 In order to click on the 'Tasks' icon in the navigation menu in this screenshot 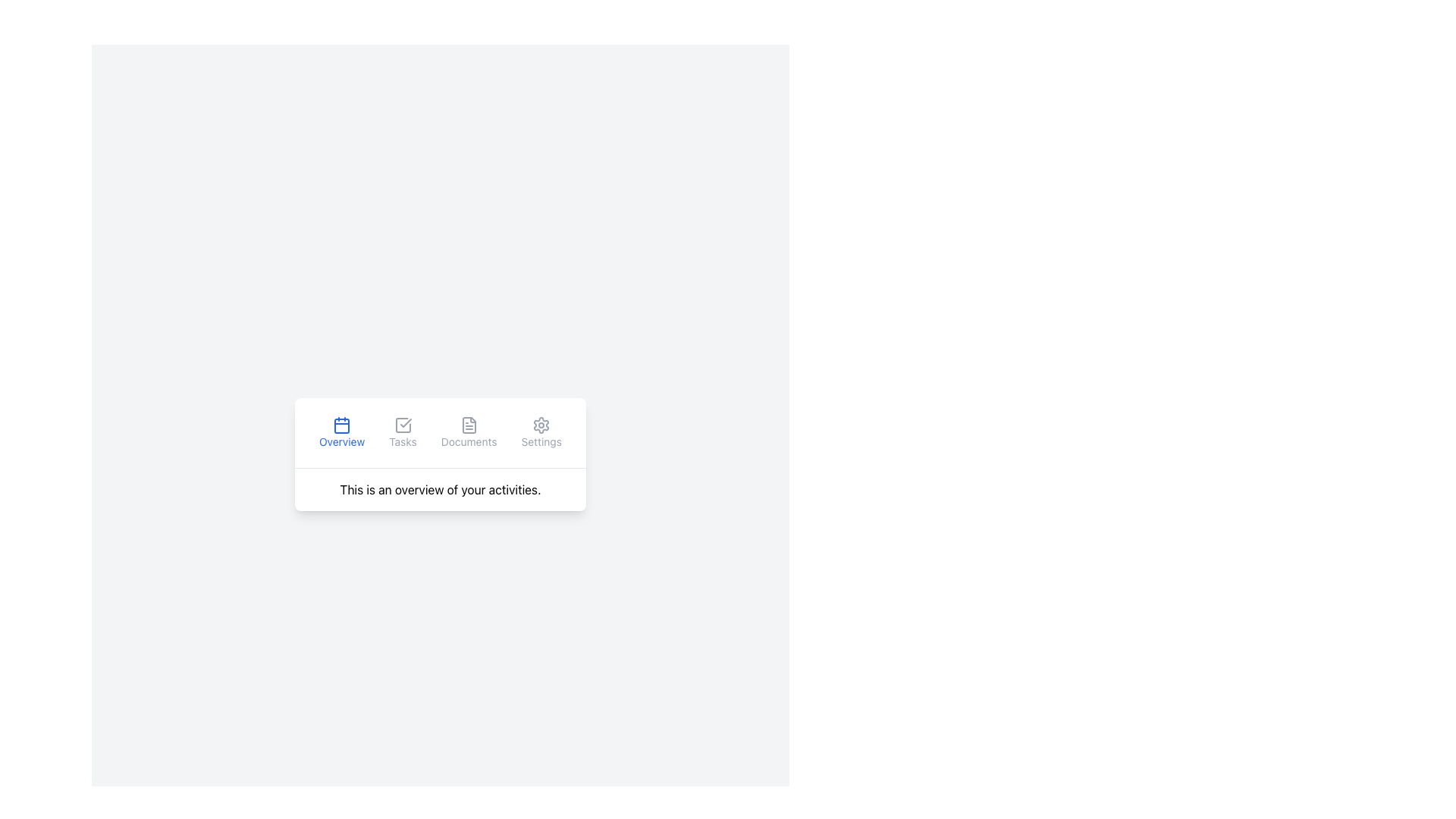, I will do `click(403, 425)`.